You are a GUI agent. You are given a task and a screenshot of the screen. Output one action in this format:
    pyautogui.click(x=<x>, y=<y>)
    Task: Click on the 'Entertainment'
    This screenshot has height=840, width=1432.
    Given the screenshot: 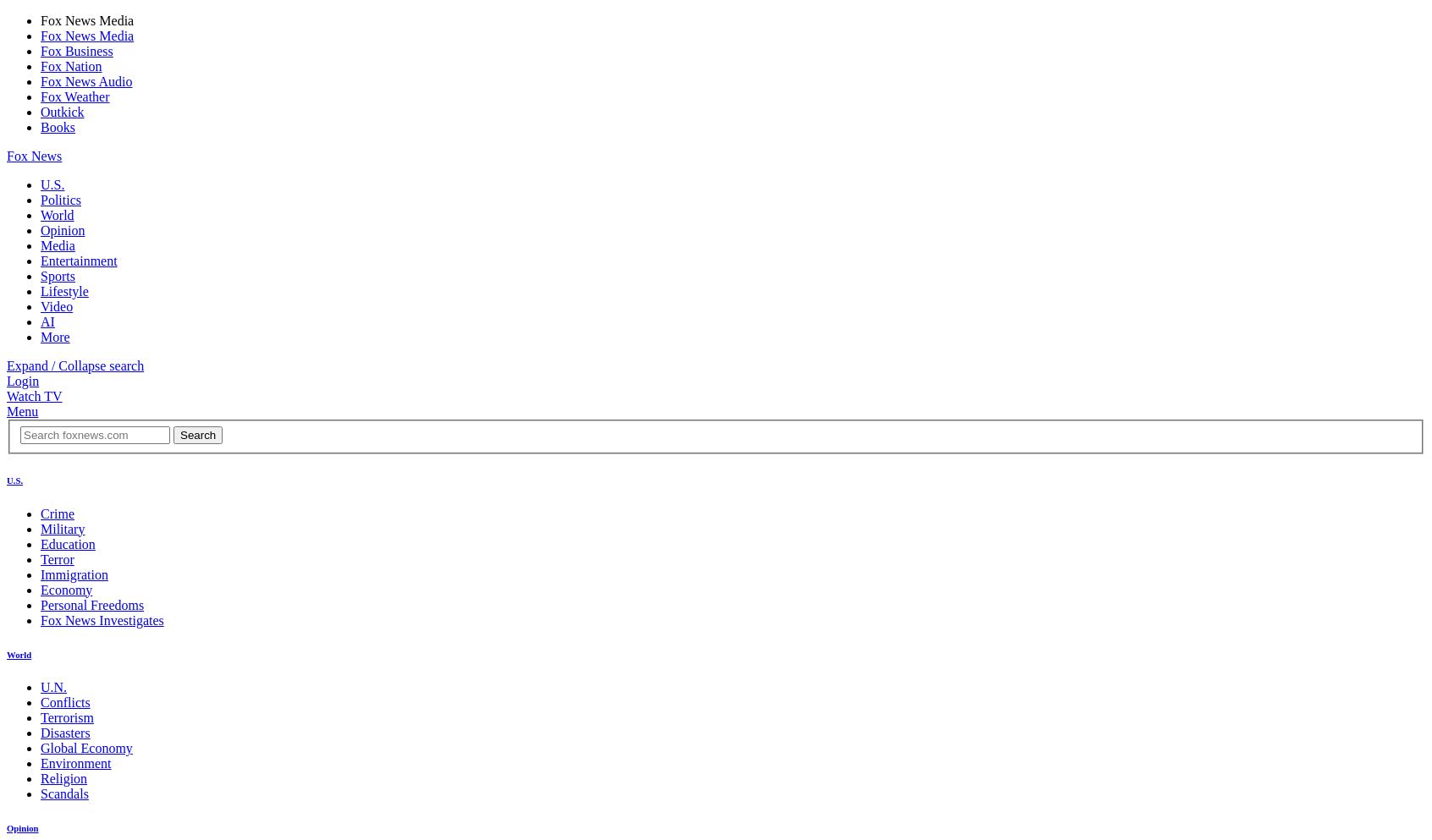 What is the action you would take?
    pyautogui.click(x=79, y=260)
    